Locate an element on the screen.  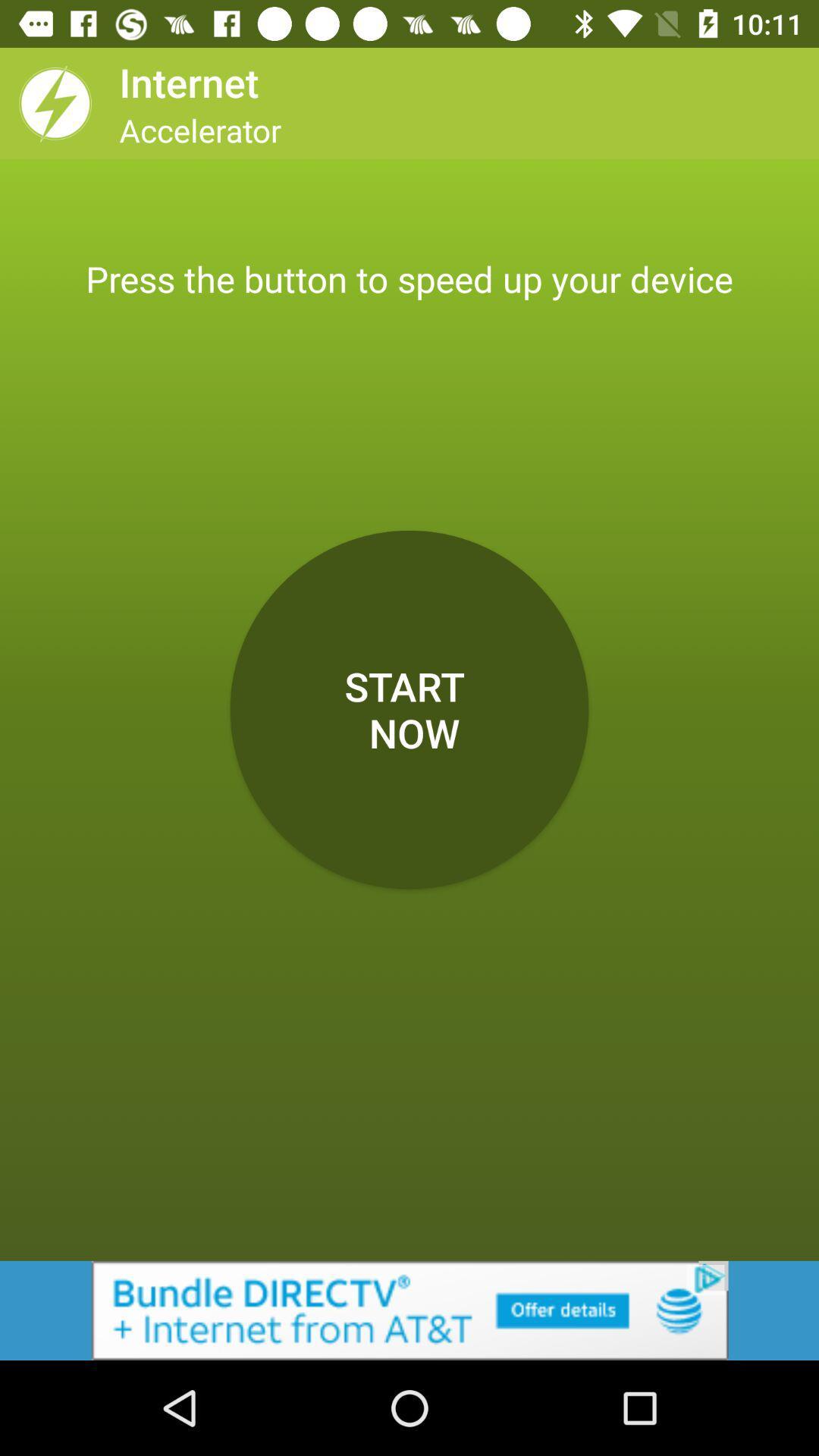
the add is located at coordinates (409, 1310).